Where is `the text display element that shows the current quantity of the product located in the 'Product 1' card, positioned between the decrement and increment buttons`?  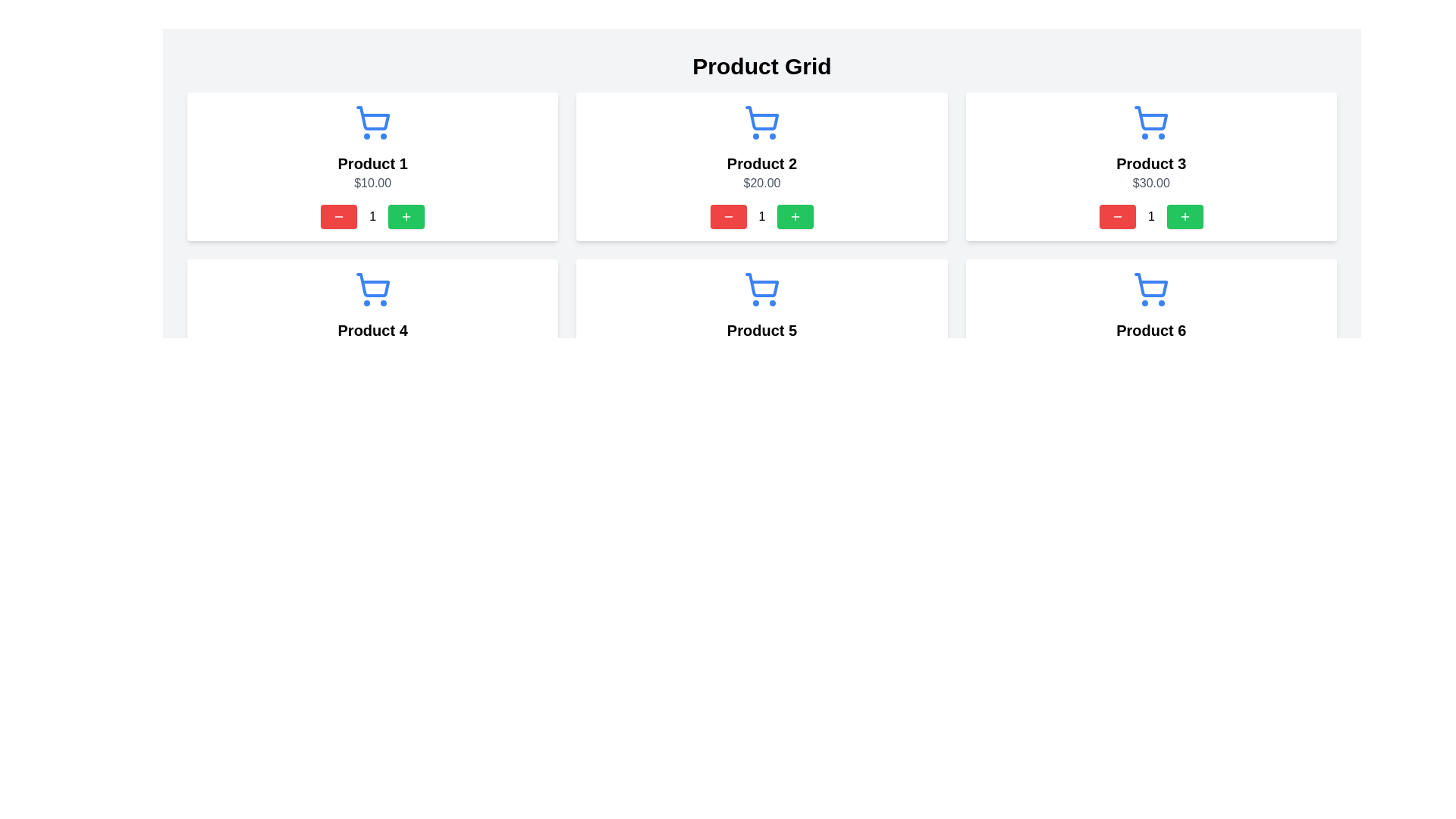
the text display element that shows the current quantity of the product located in the 'Product 1' card, positioned between the decrement and increment buttons is located at coordinates (372, 216).